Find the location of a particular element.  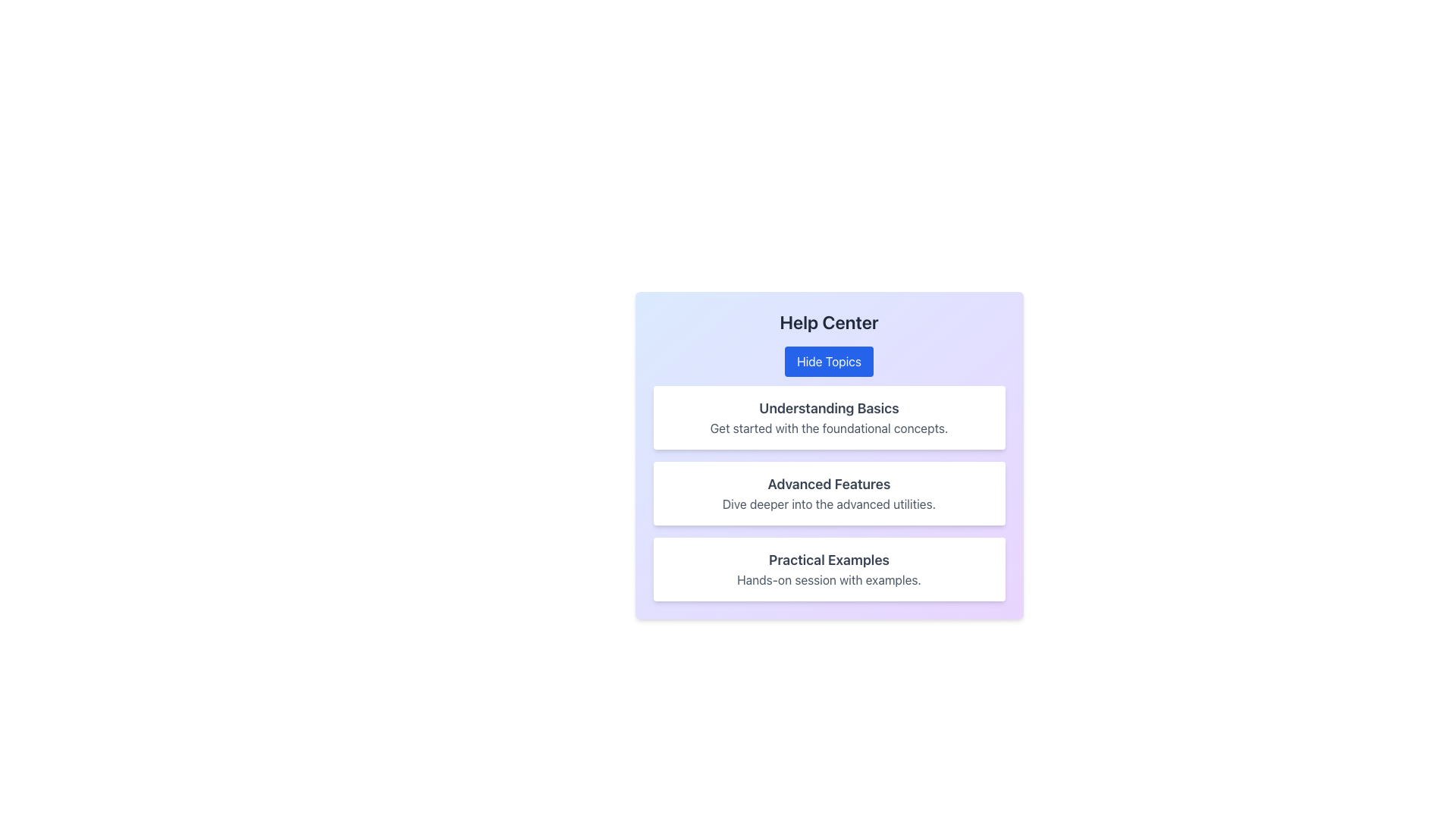

text from the bold, large dark gray text label displaying 'Understanding Basics' located at the top of the white card with rounded corners is located at coordinates (828, 408).